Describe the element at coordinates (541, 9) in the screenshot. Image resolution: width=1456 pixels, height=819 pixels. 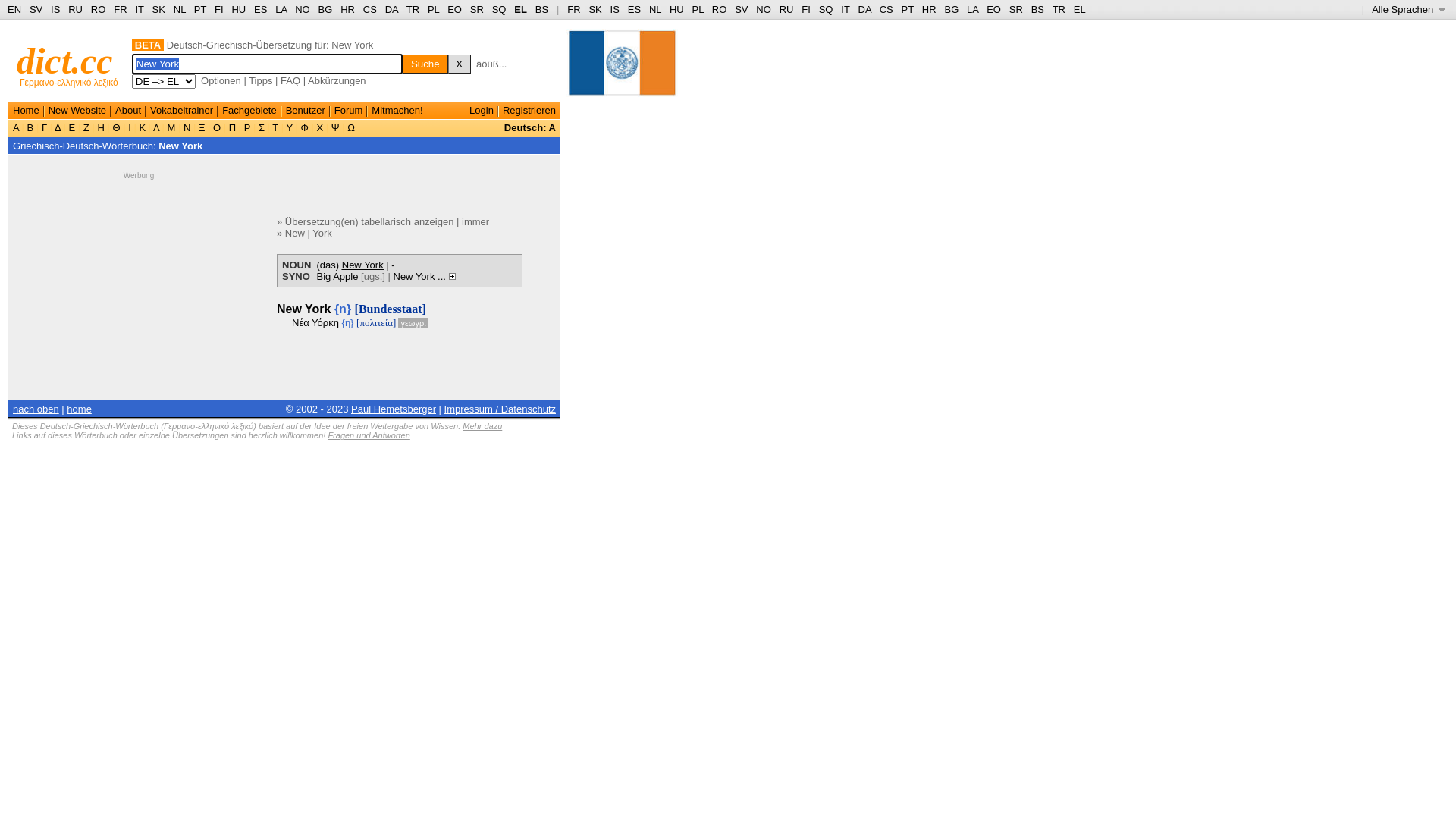
I see `'BS'` at that location.